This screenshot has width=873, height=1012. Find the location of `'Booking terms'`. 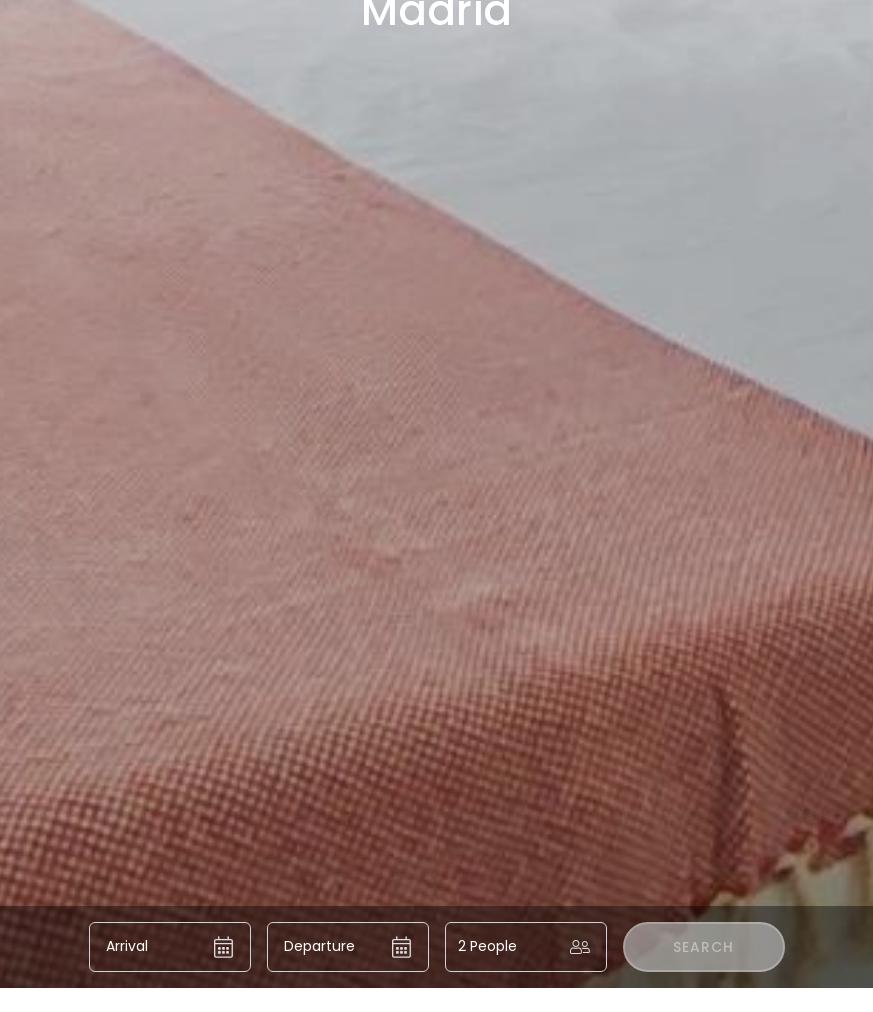

'Booking terms' is located at coordinates (566, 989).